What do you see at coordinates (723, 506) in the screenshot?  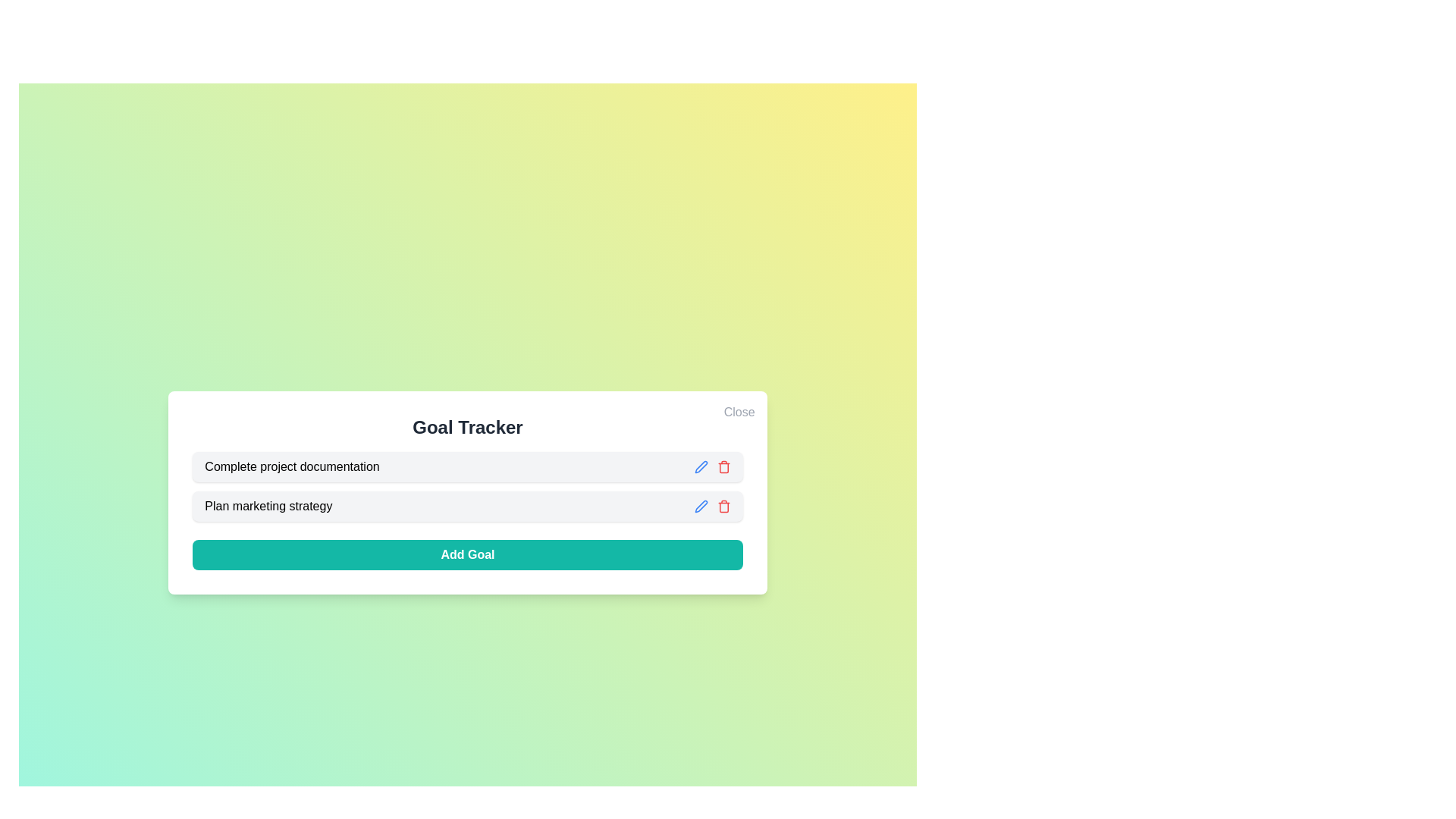 I see `the delete icon for the goal Plan marketing strategy` at bounding box center [723, 506].